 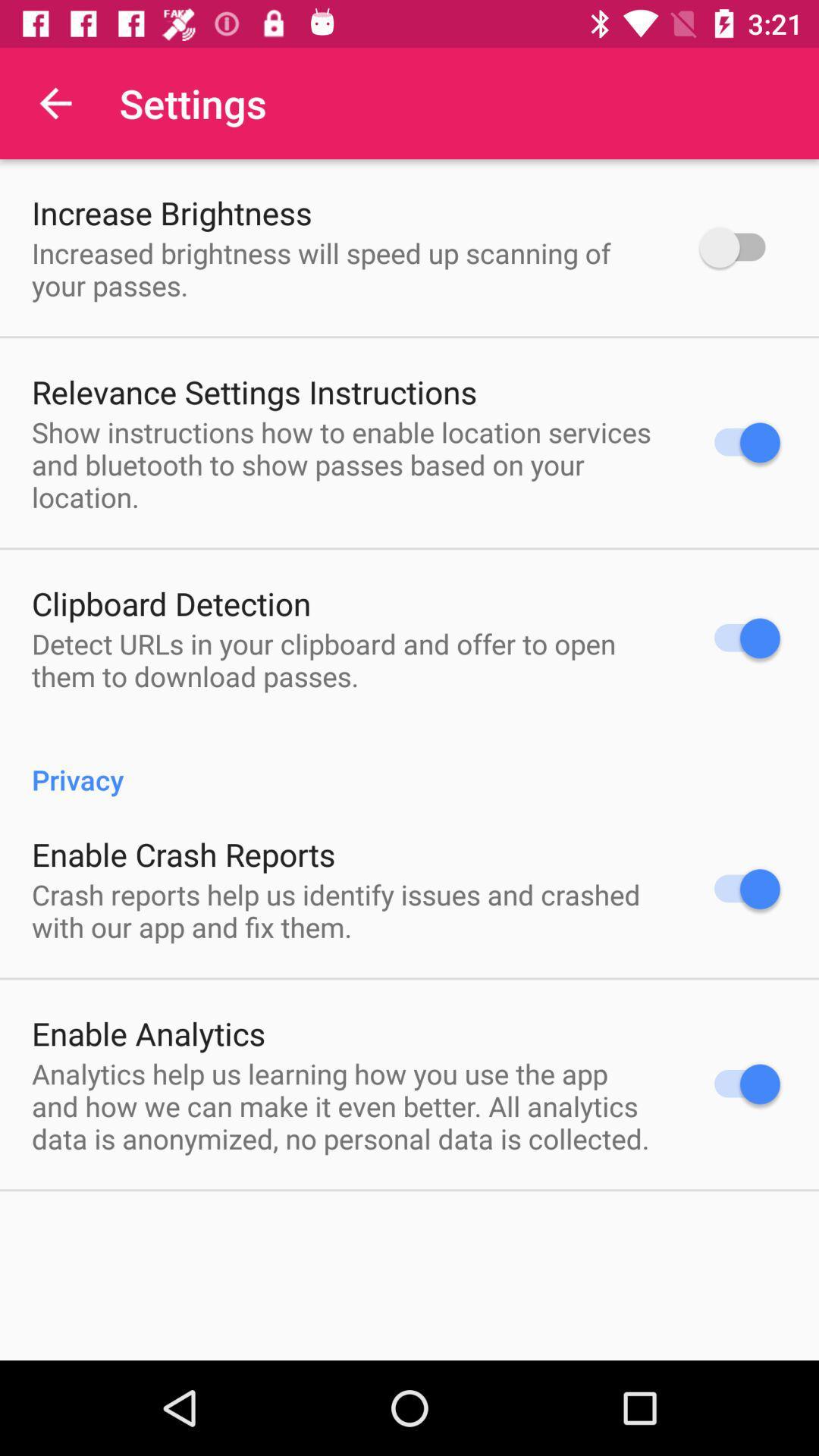 What do you see at coordinates (253, 391) in the screenshot?
I see `the icon above the show instructions how item` at bounding box center [253, 391].